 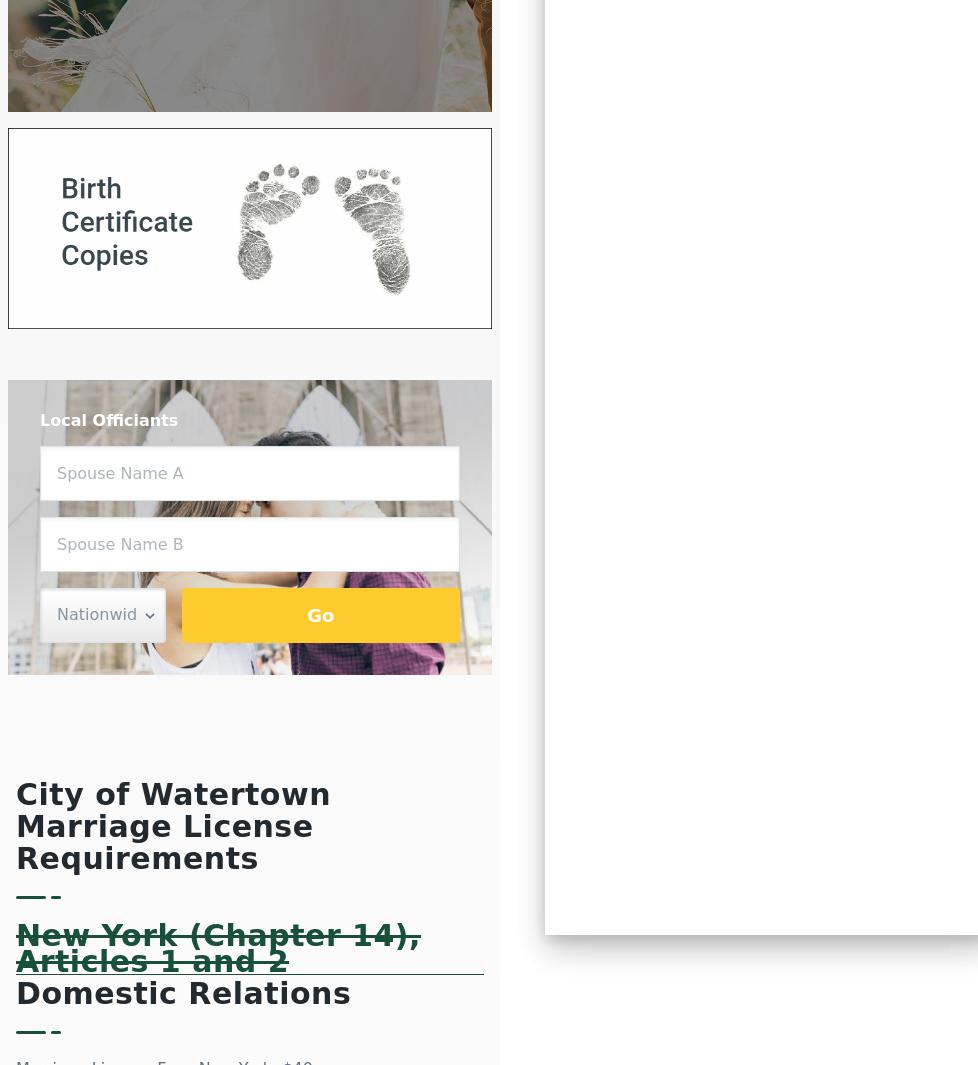 What do you see at coordinates (655, 279) in the screenshot?
I see `'New Mexico'` at bounding box center [655, 279].